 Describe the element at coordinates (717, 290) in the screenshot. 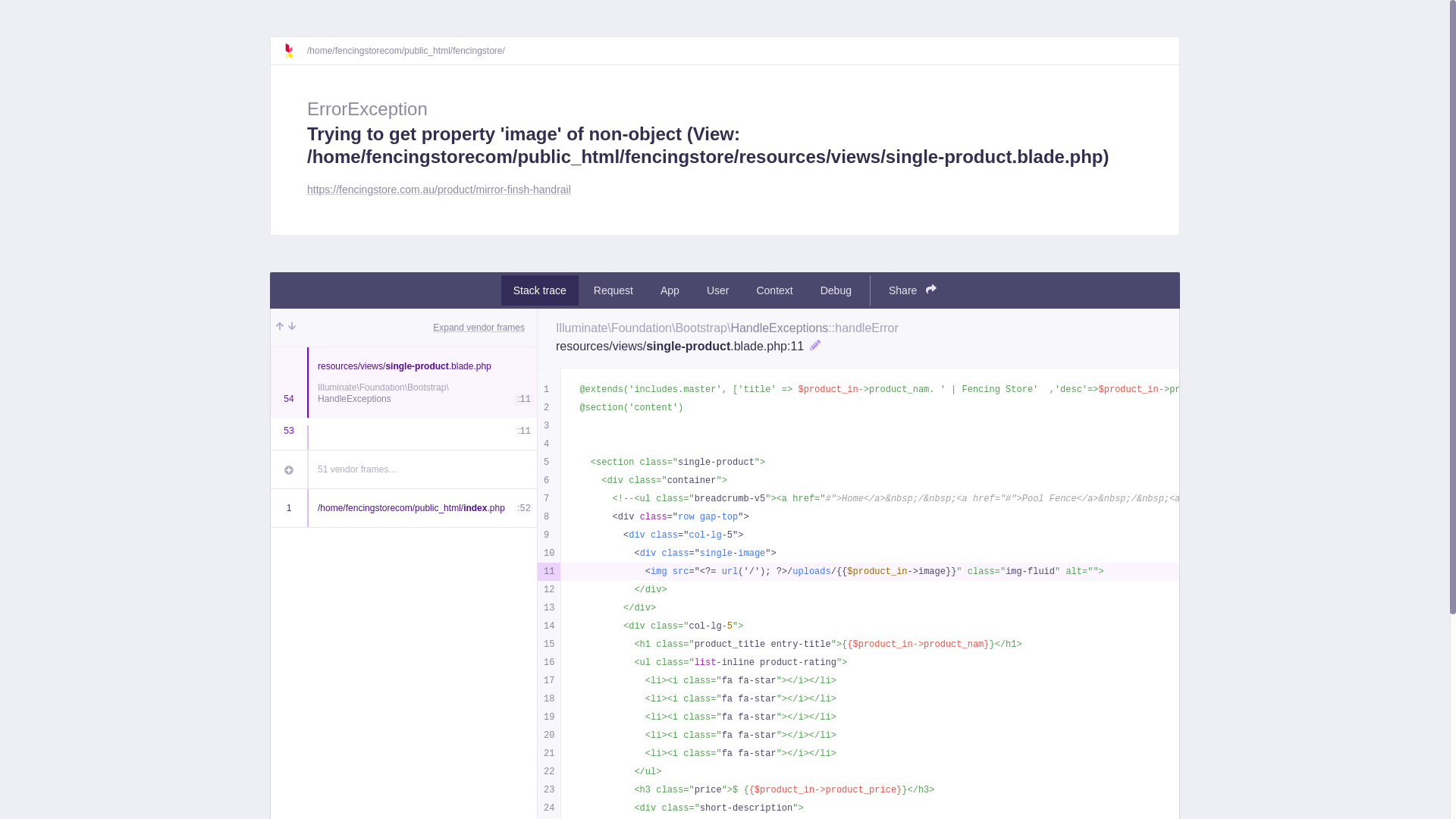

I see `'User'` at that location.